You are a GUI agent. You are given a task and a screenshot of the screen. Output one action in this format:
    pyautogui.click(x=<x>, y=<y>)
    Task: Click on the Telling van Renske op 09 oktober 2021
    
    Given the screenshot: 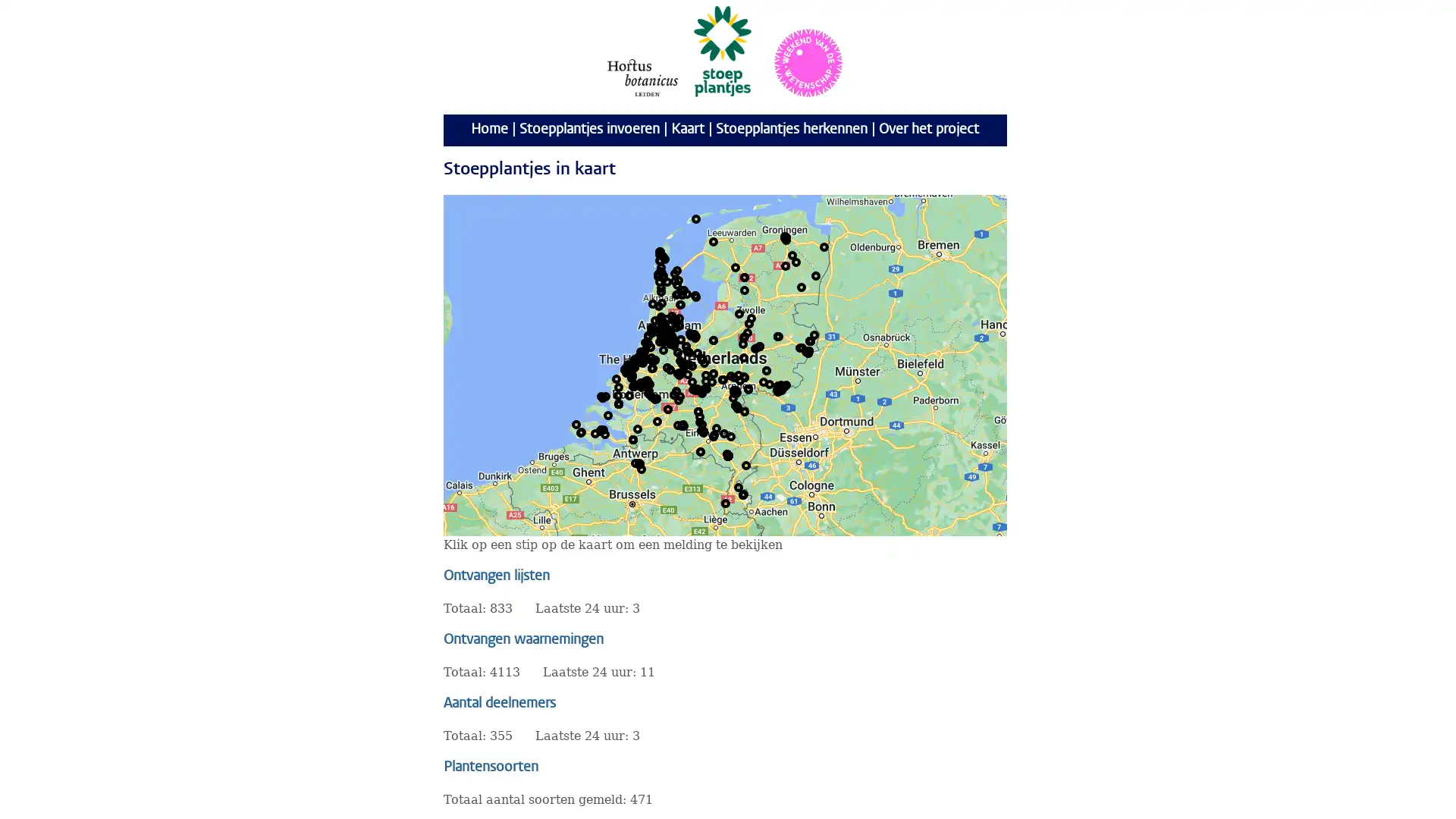 What is the action you would take?
    pyautogui.click(x=638, y=356)
    